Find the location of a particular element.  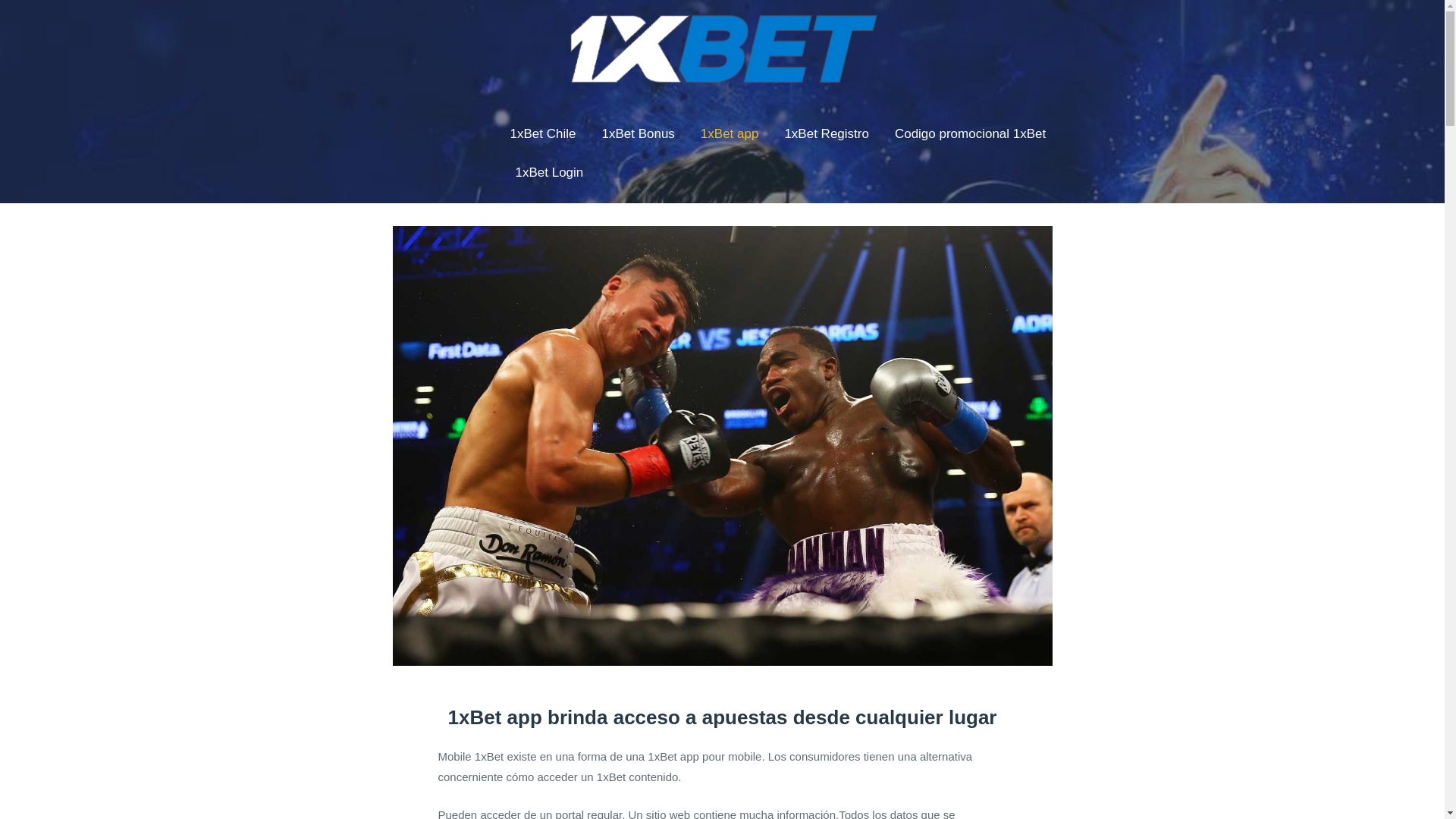

'1xBet Bonus' is located at coordinates (637, 133).